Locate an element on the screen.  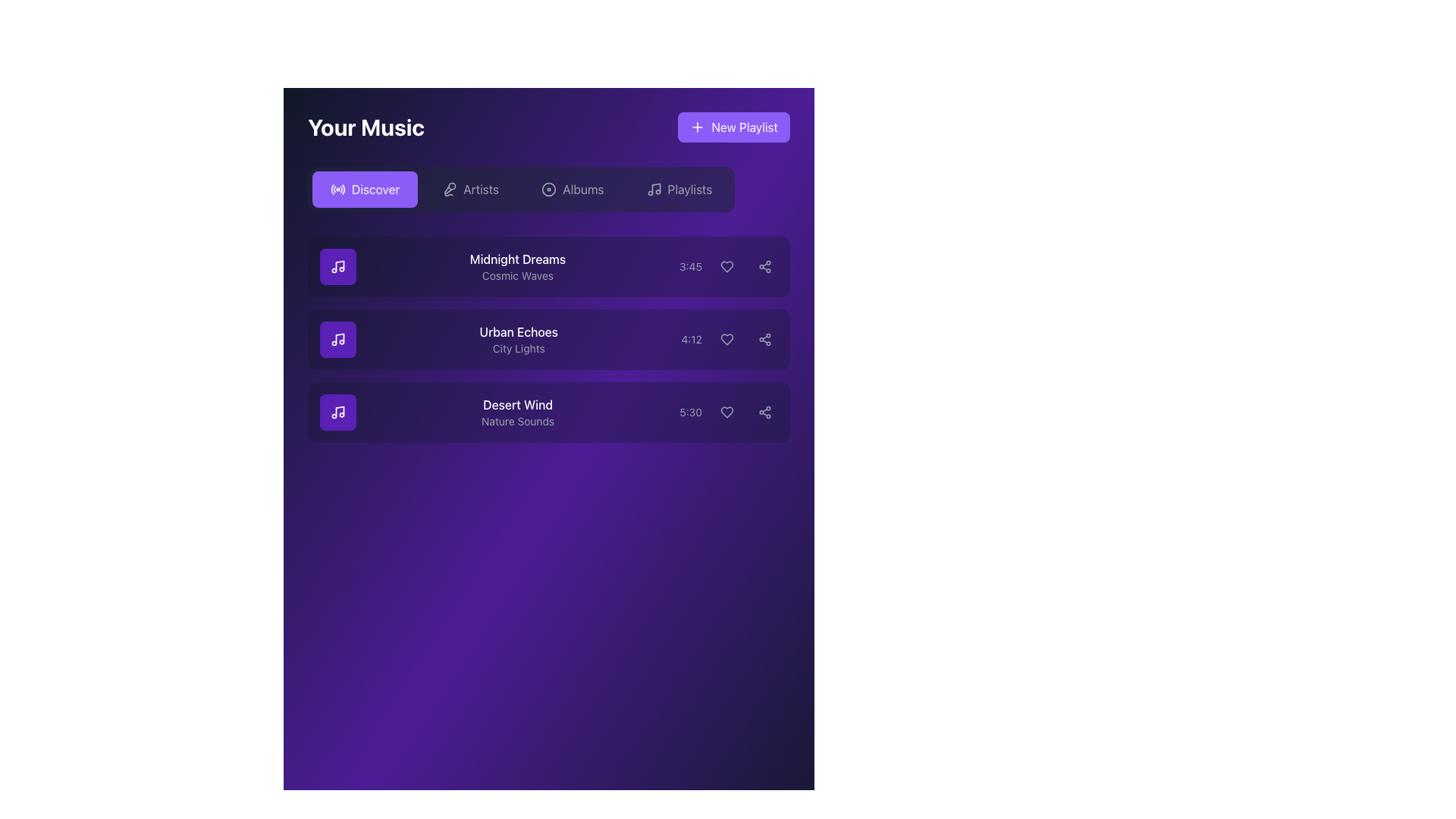
the second List Item Card that contains the text 'Urban Echoes', styled in white and bold, and is located below the 'Midnight Dreams' card is located at coordinates (548, 338).